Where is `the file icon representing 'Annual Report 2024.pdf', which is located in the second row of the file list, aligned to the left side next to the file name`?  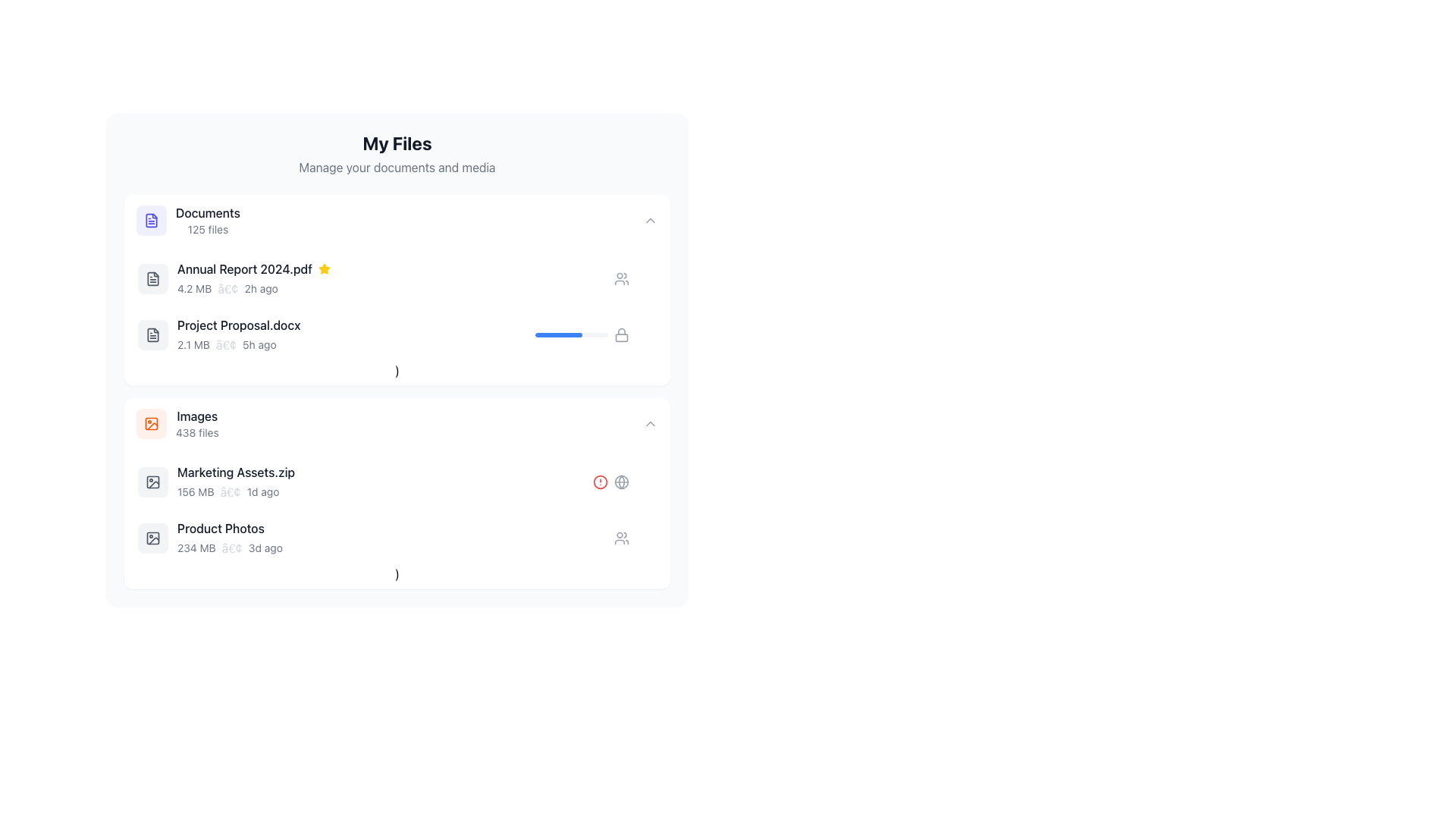 the file icon representing 'Annual Report 2024.pdf', which is located in the second row of the file list, aligned to the left side next to the file name is located at coordinates (152, 278).